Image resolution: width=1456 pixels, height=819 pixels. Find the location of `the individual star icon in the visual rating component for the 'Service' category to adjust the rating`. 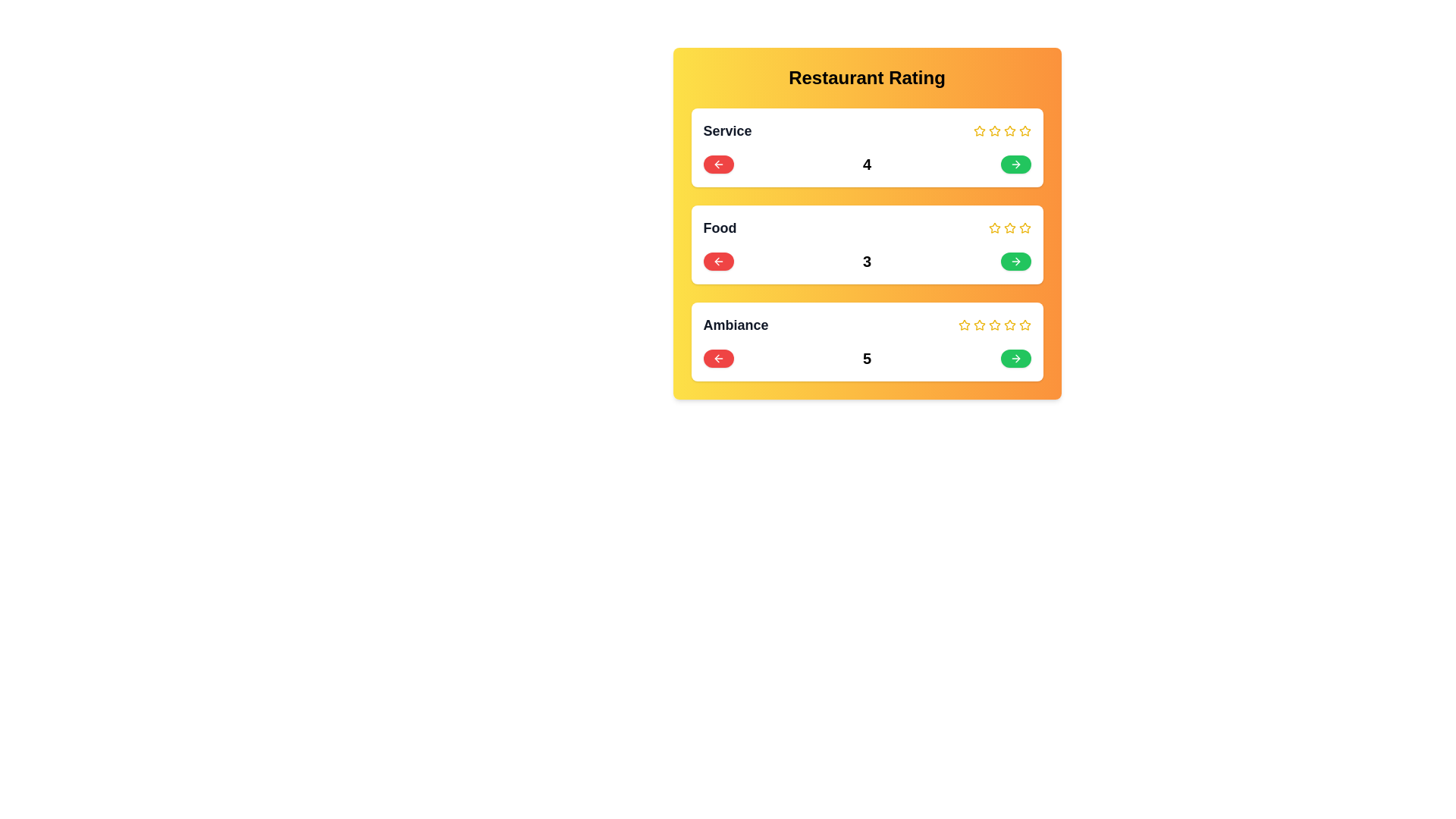

the individual star icon in the visual rating component for the 'Service' category to adjust the rating is located at coordinates (1002, 130).